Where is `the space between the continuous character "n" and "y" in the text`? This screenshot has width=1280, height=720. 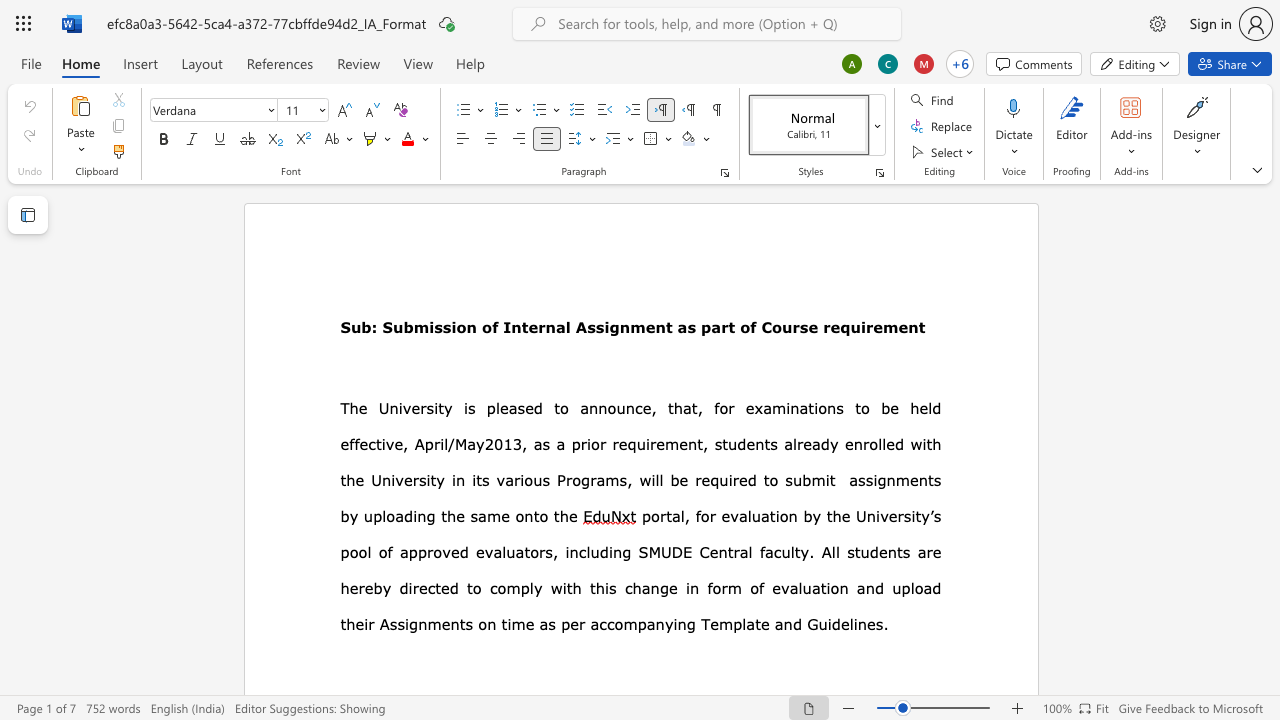
the space between the continuous character "n" and "y" in the text is located at coordinates (664, 623).